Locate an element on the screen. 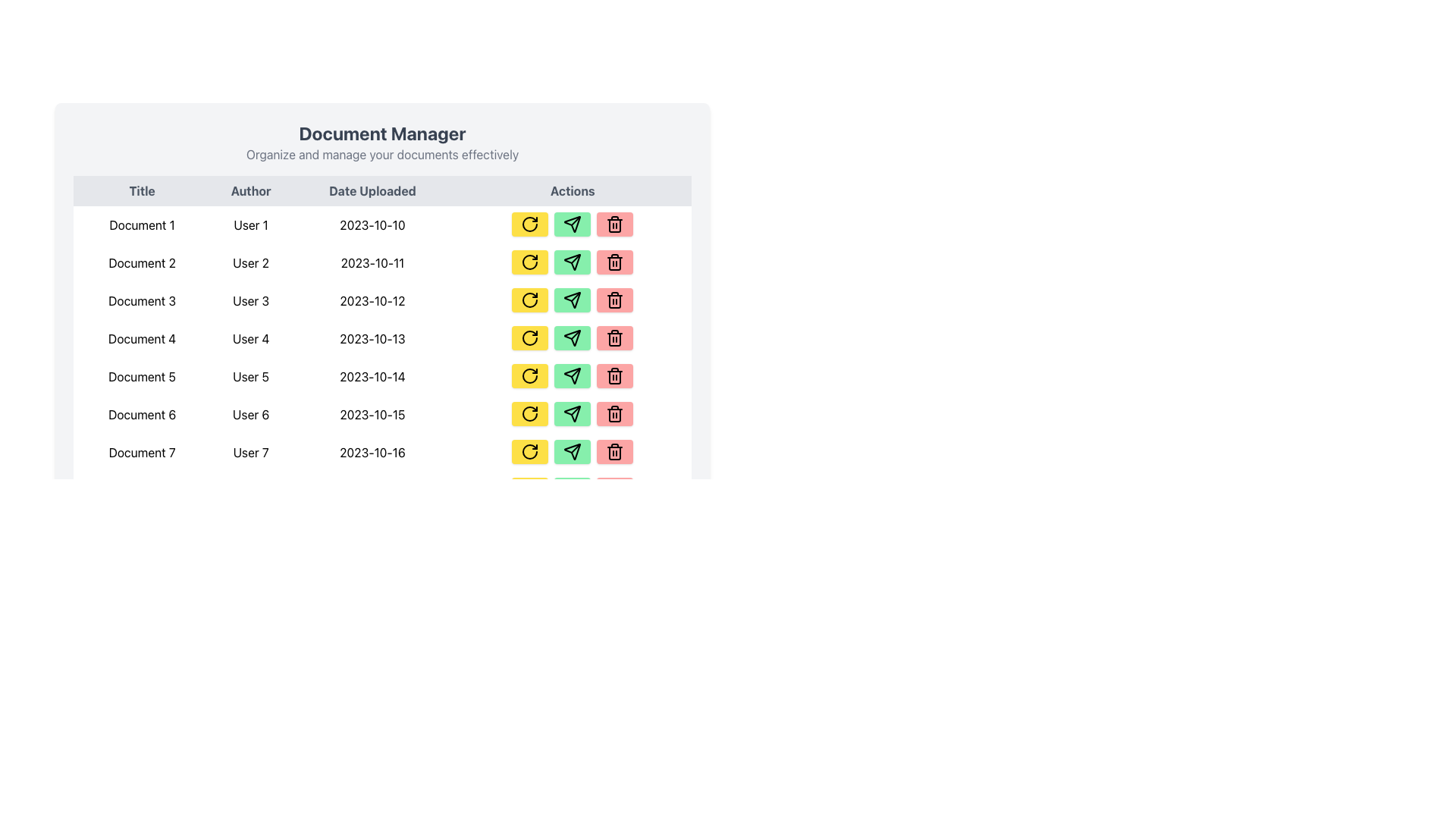 Image resolution: width=1456 pixels, height=819 pixels. the yellow button with a black circular arrow icon in the 'Actions' column of the second row is located at coordinates (530, 262).